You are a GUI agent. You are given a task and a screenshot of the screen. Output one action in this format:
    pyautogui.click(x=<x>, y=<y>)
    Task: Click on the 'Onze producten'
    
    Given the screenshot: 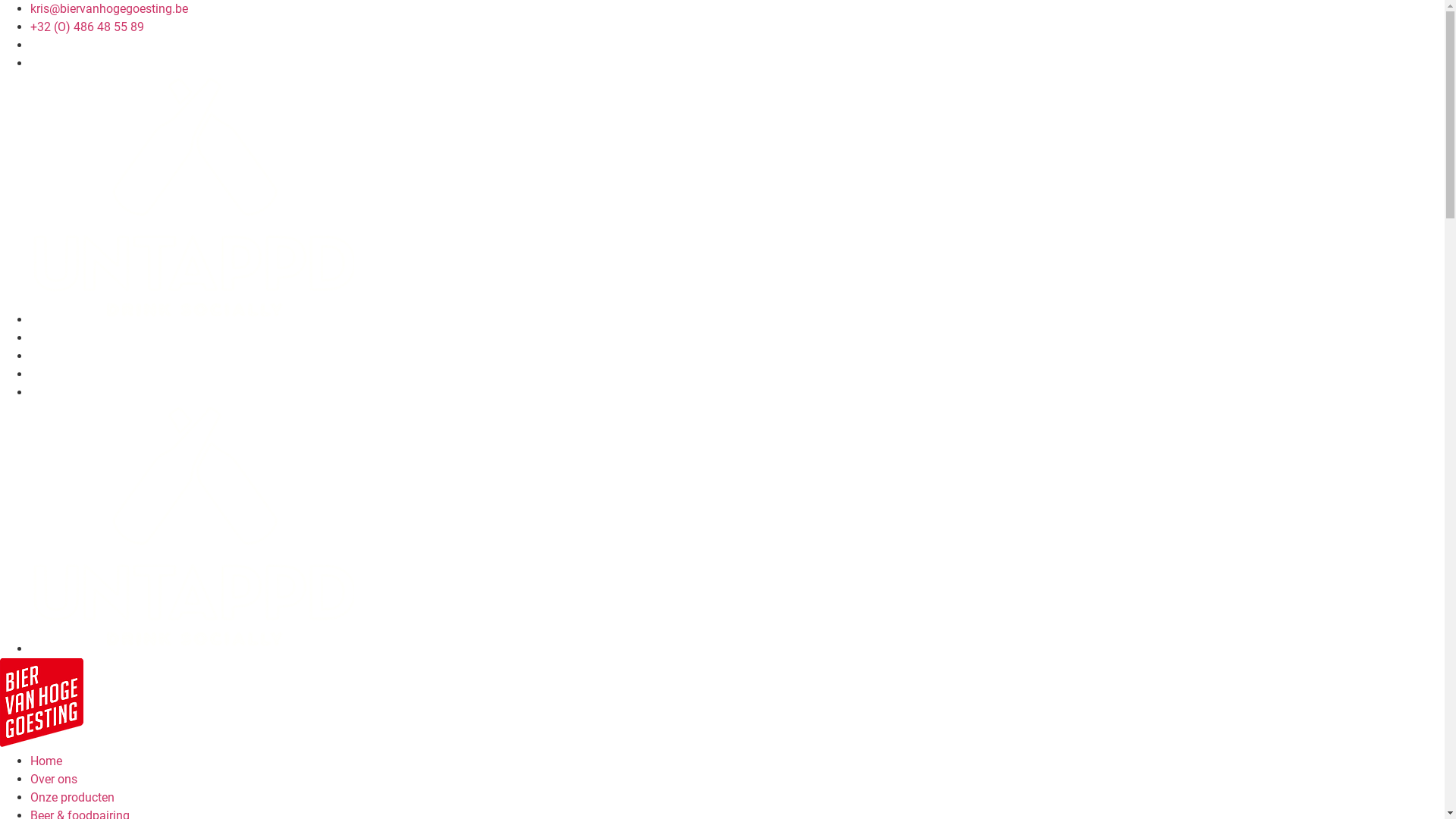 What is the action you would take?
    pyautogui.click(x=30, y=796)
    